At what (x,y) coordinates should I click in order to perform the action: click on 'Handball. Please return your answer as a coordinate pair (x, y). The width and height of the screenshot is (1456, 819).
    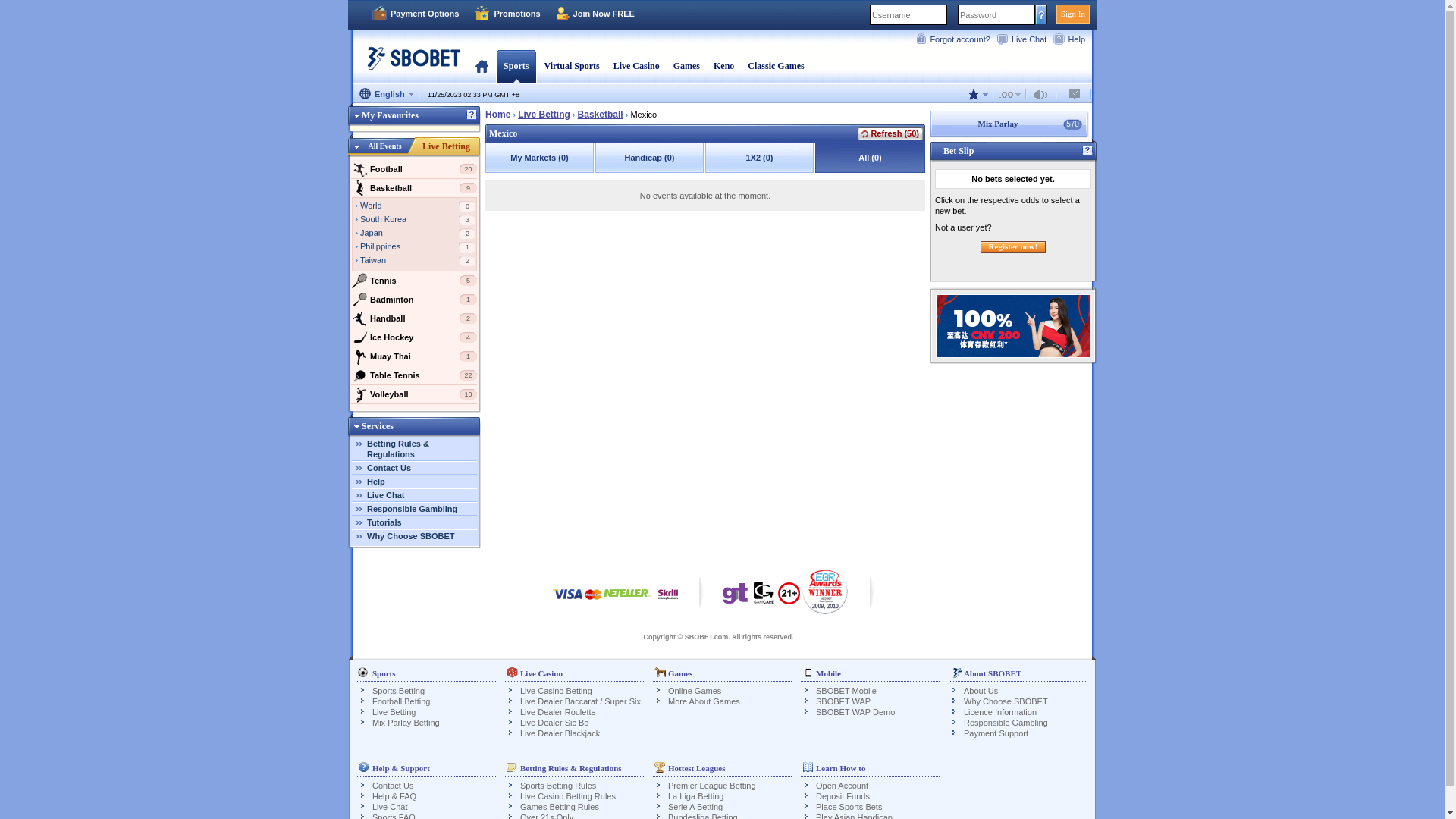
    Looking at the image, I should click on (414, 318).